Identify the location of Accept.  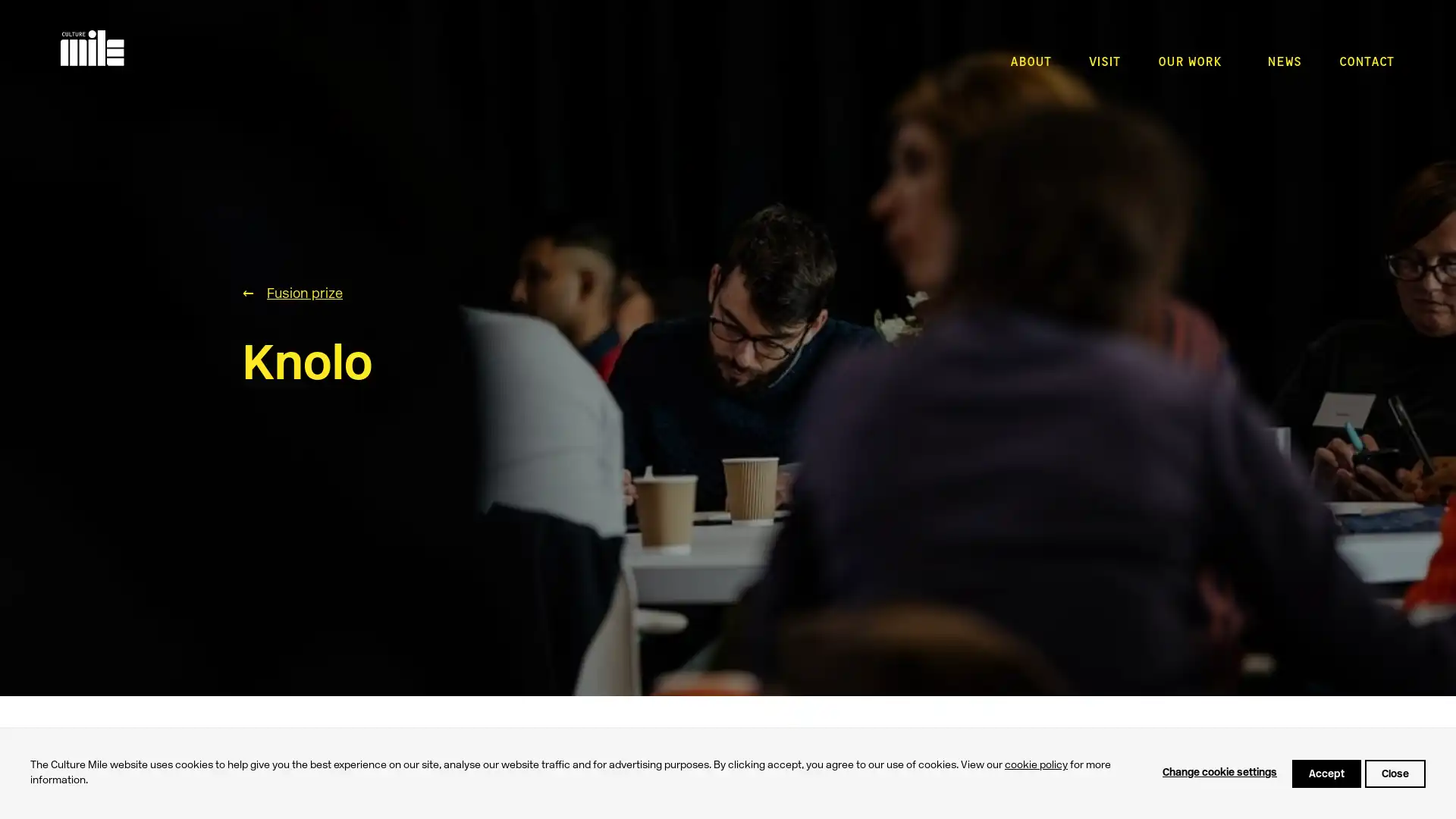
(1326, 773).